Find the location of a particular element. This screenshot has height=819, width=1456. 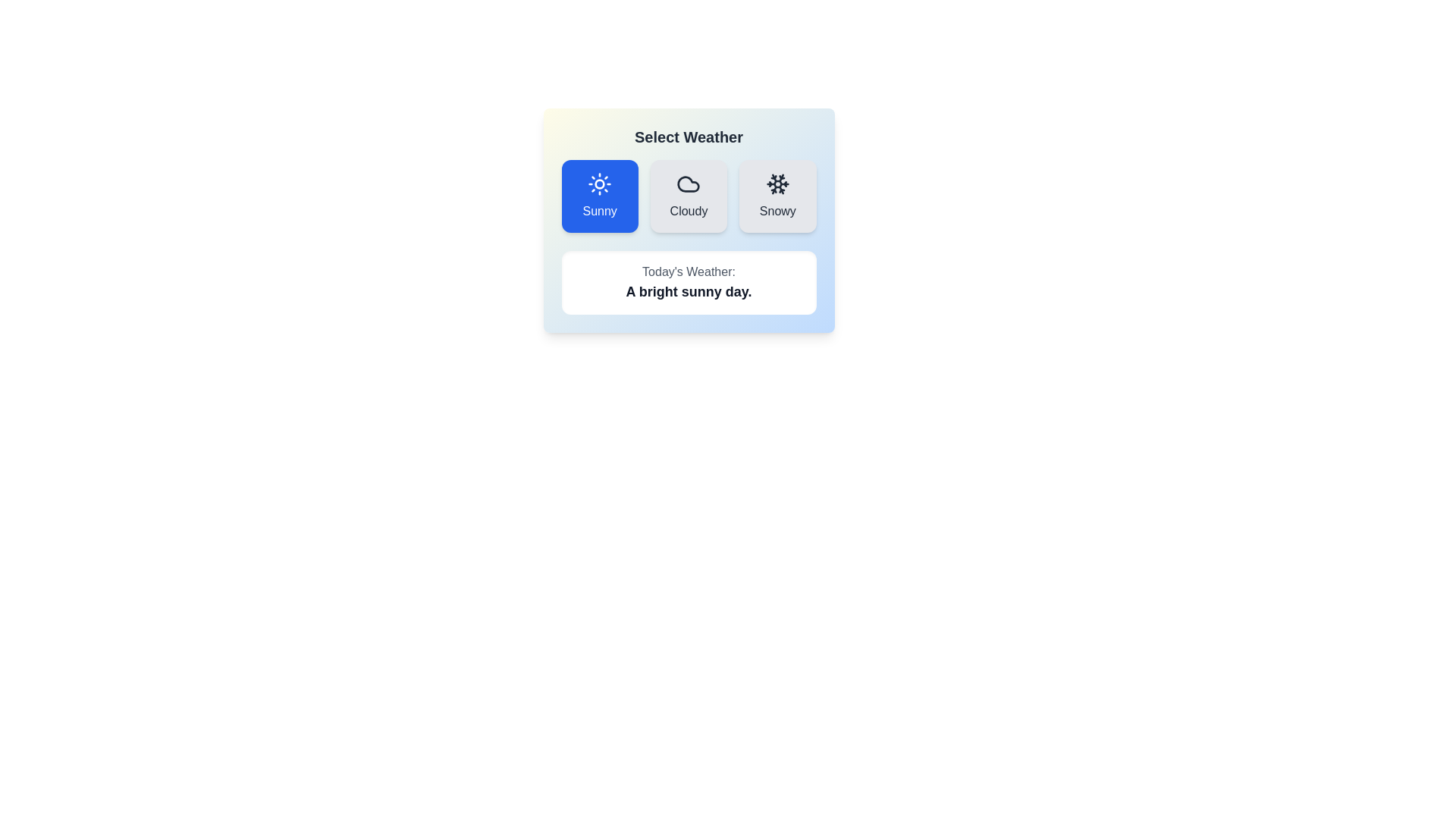

the icon and label for the weather option 'Snowy' is located at coordinates (777, 195).